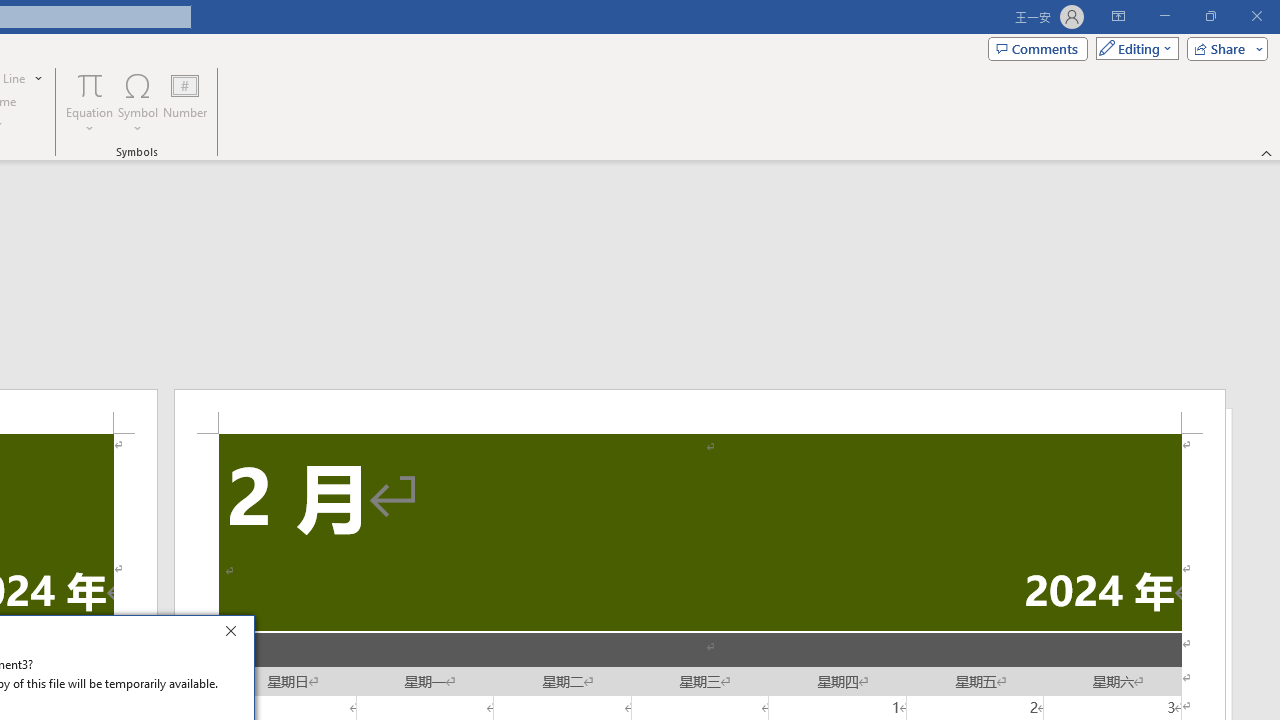 The height and width of the screenshot is (720, 1280). What do you see at coordinates (89, 121) in the screenshot?
I see `'More Options'` at bounding box center [89, 121].